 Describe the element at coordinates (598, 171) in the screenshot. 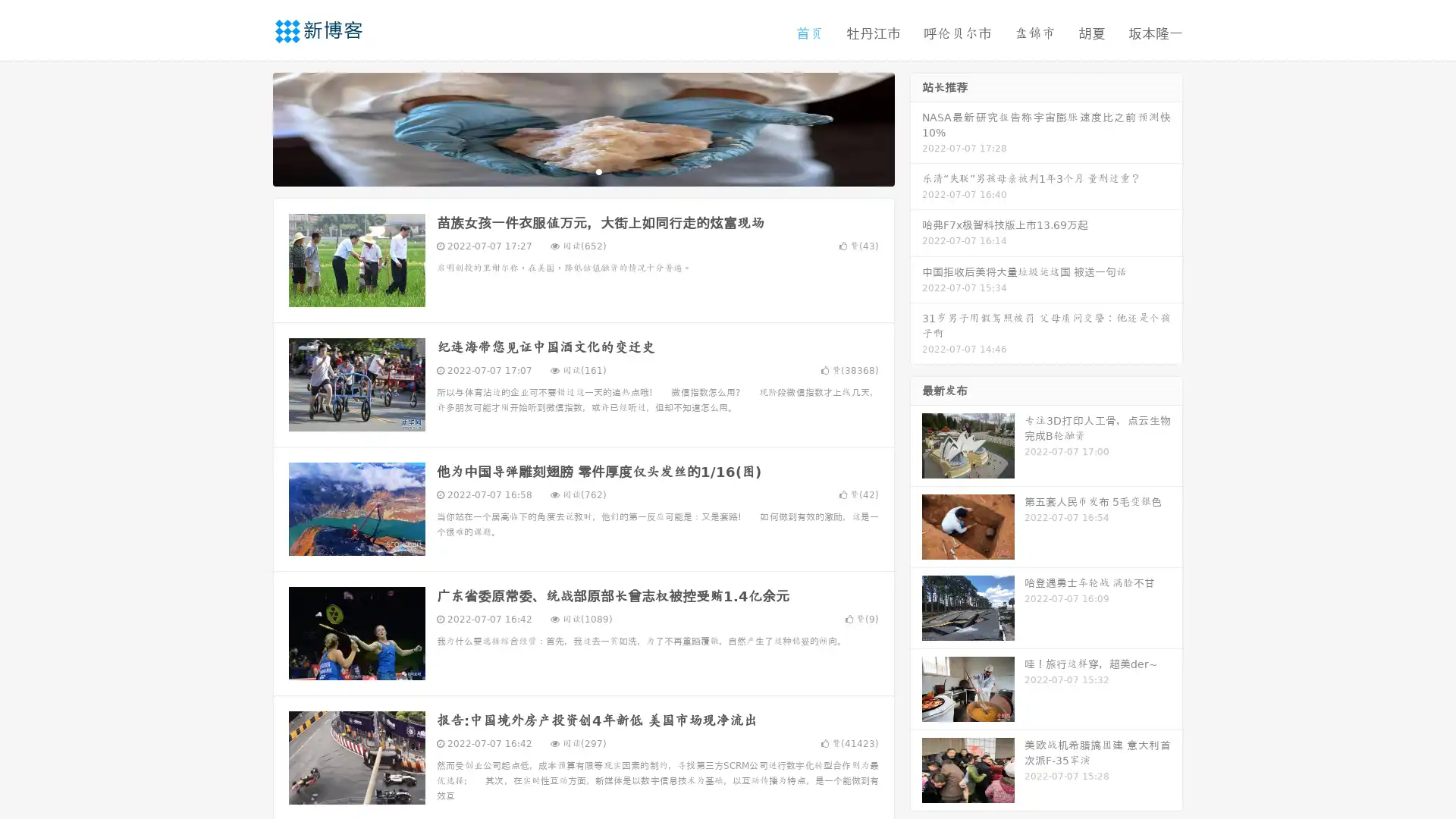

I see `Go to slide 3` at that location.